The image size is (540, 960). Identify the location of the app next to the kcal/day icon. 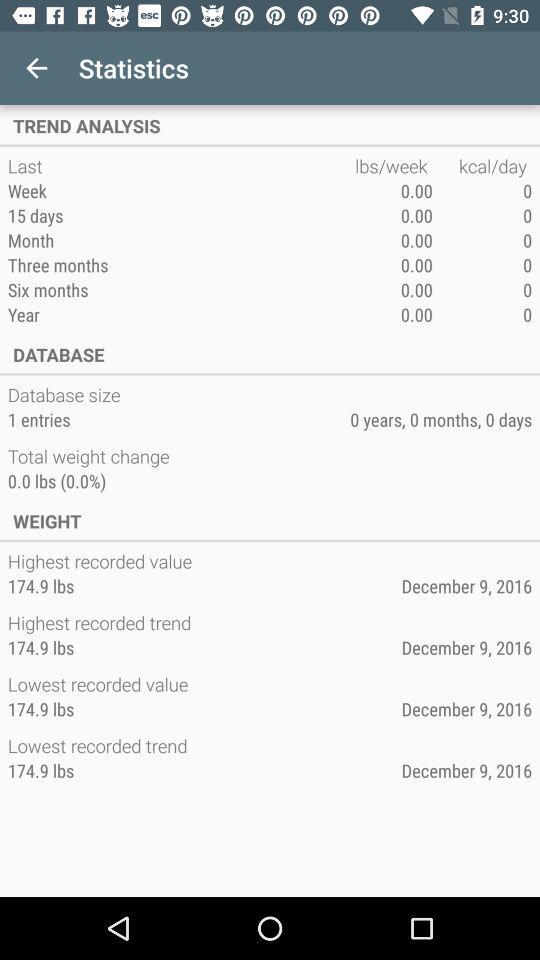
(393, 165).